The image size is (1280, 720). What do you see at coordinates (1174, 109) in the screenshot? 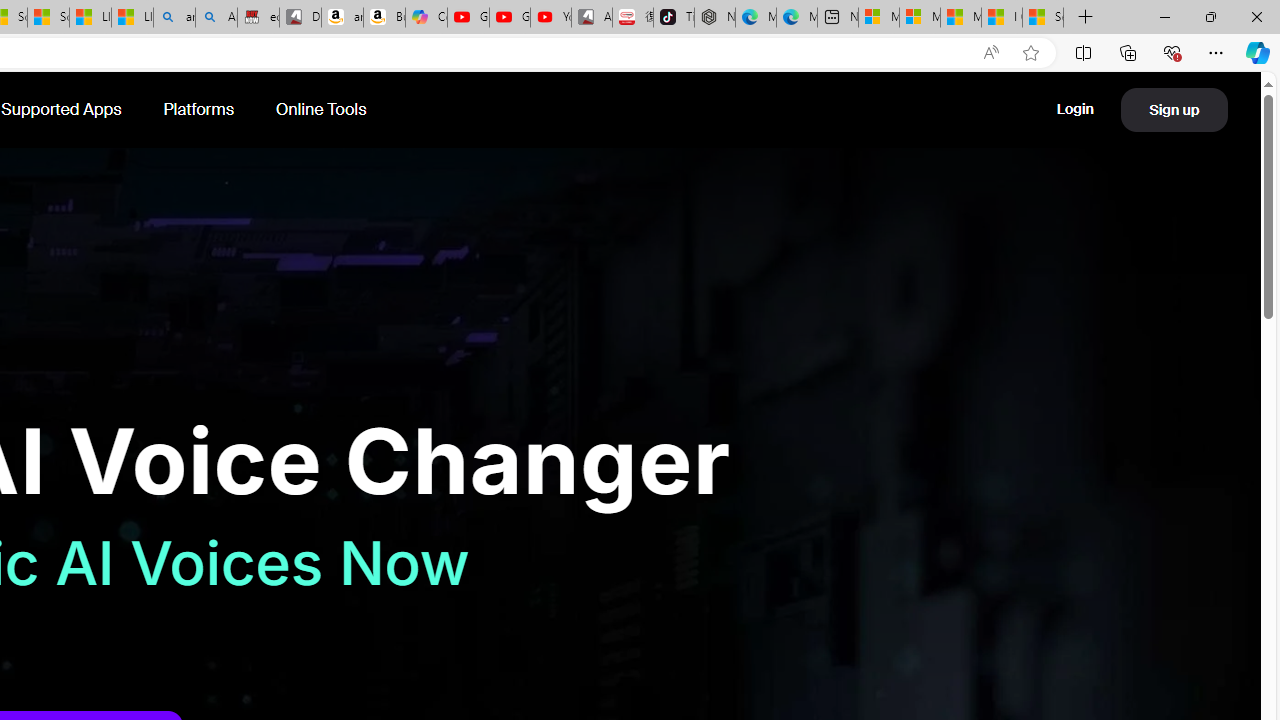
I see `'Sign up'` at bounding box center [1174, 109].